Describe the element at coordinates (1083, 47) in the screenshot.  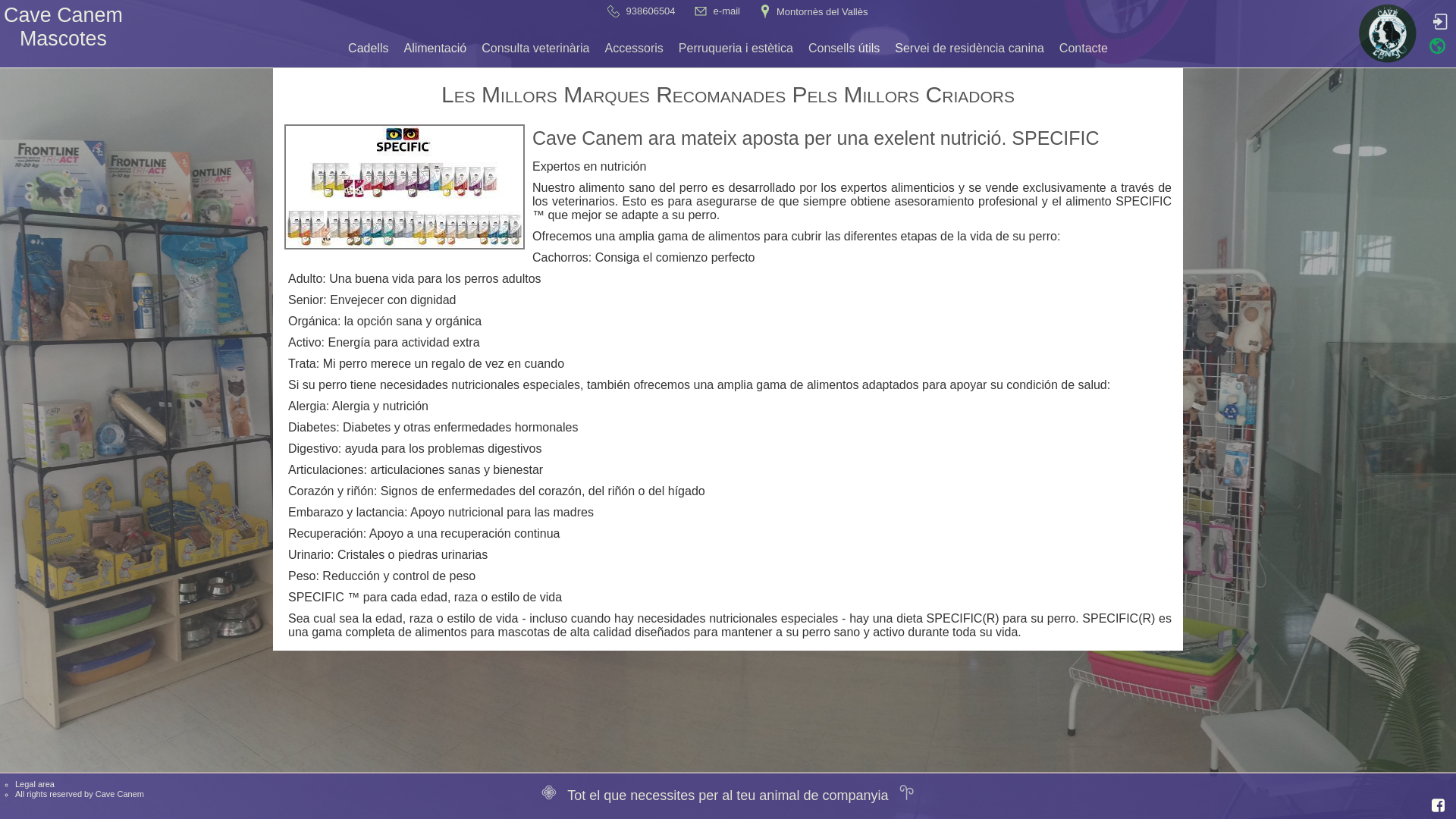
I see `'Contacte'` at that location.